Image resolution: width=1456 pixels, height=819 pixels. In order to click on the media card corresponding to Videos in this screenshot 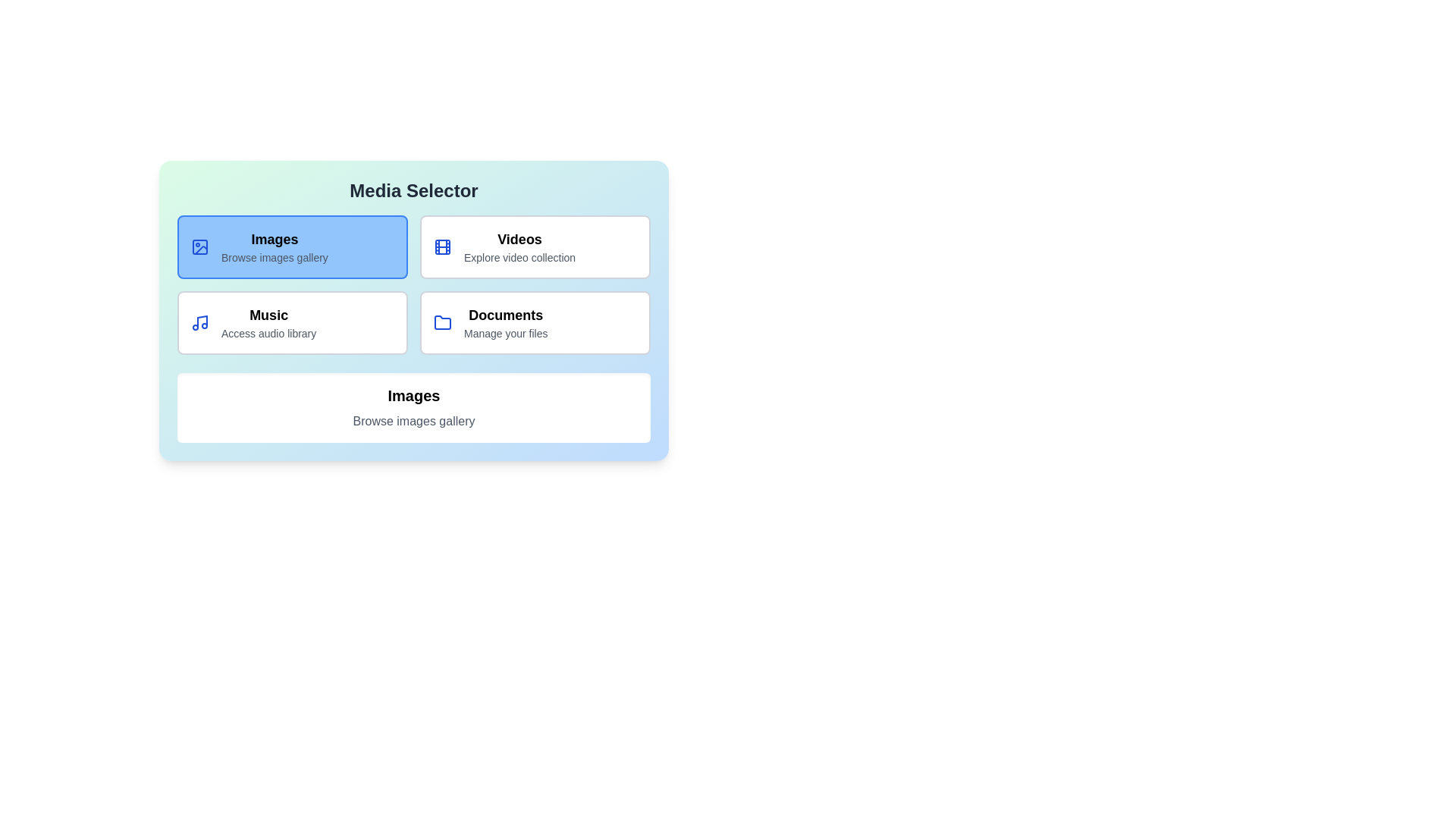, I will do `click(535, 246)`.